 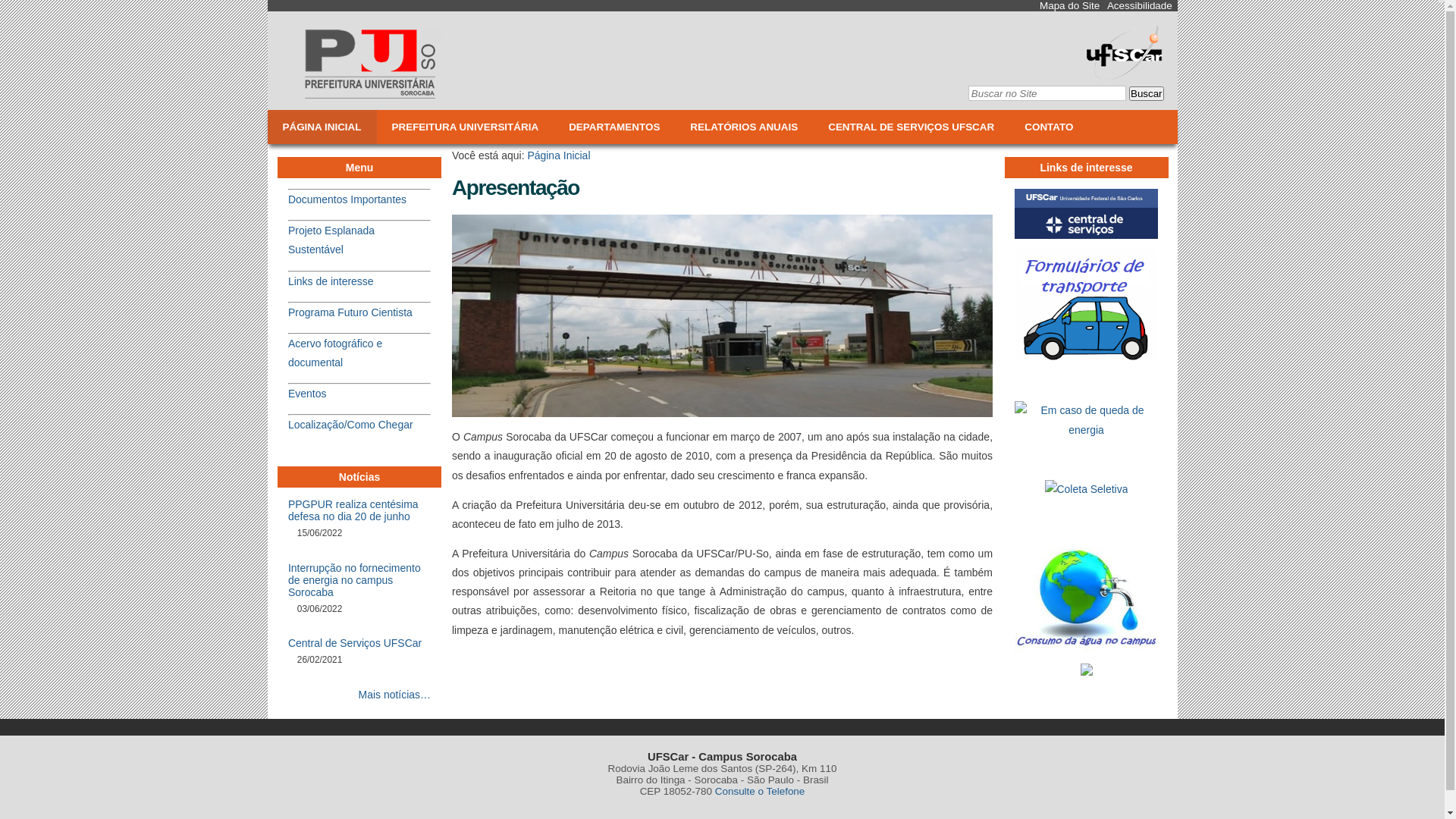 I want to click on 'Portal UFSCar', so click(x=1124, y=74).